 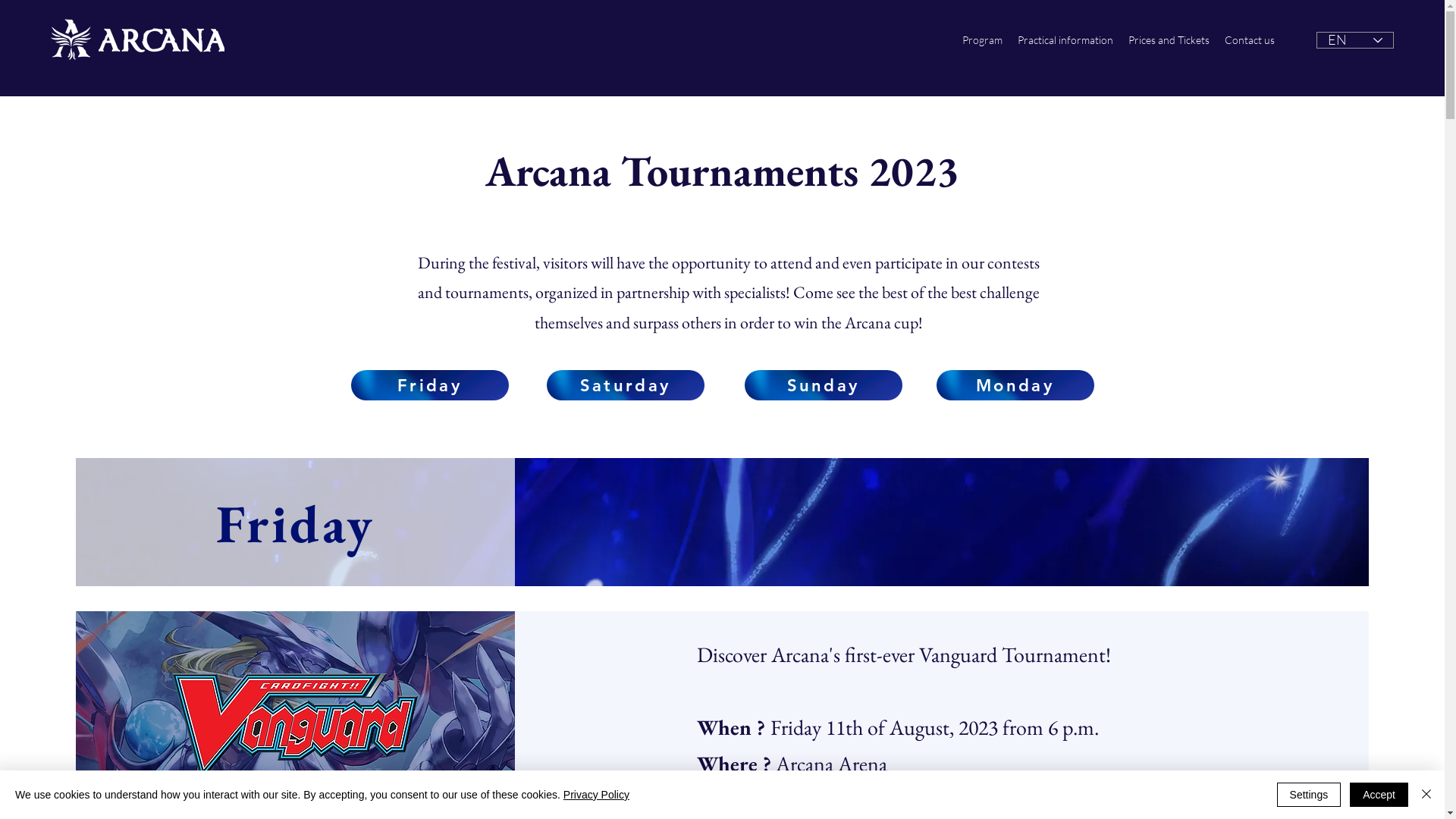 What do you see at coordinates (953, 789) in the screenshot?
I see `'Info and registration'` at bounding box center [953, 789].